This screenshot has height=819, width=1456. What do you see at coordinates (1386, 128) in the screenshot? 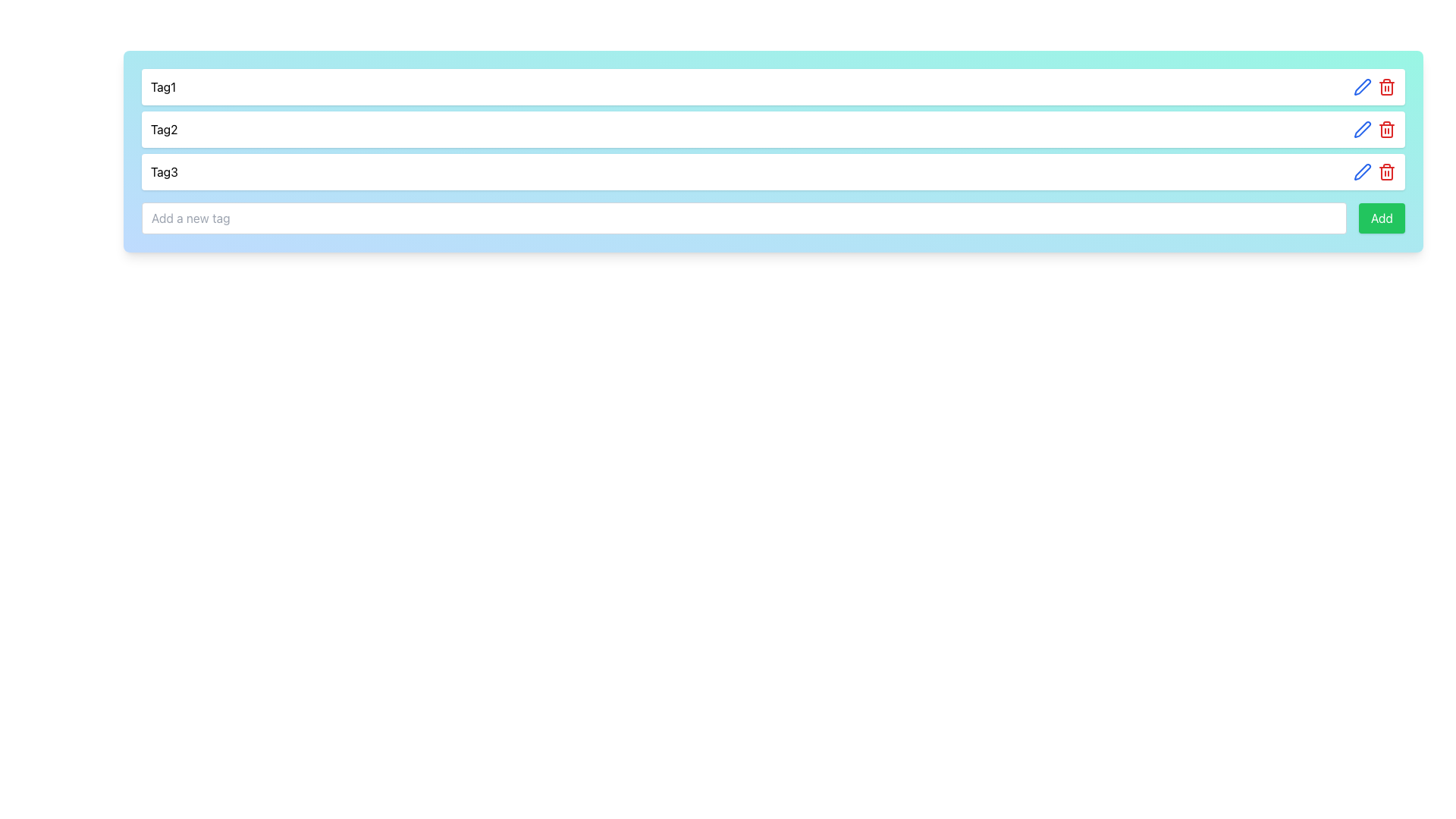
I see `the red trash icon button located to the right of 'Tag3'` at bounding box center [1386, 128].